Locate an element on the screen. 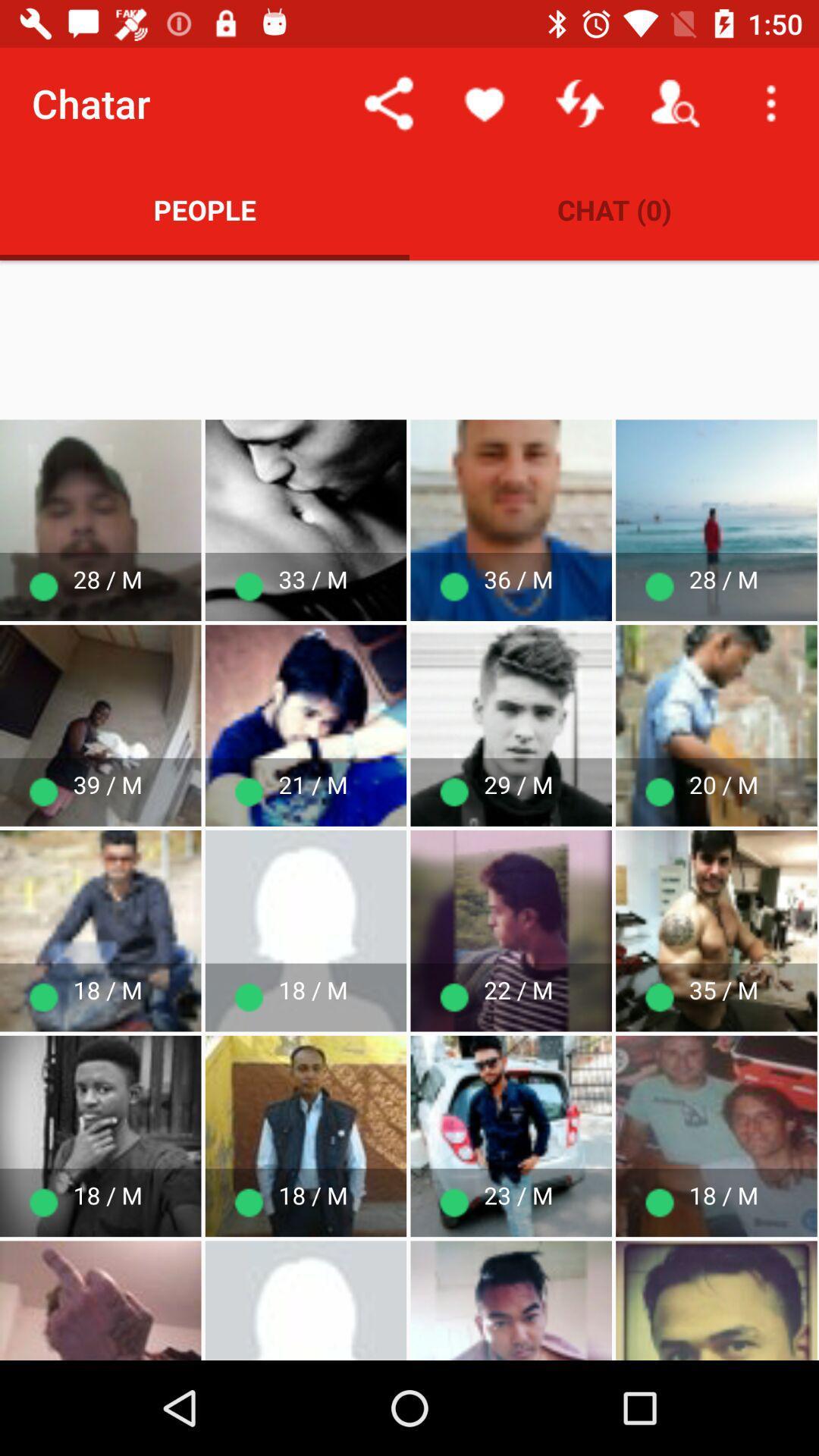 The width and height of the screenshot is (819, 1456). the app above the chat (0) is located at coordinates (579, 102).